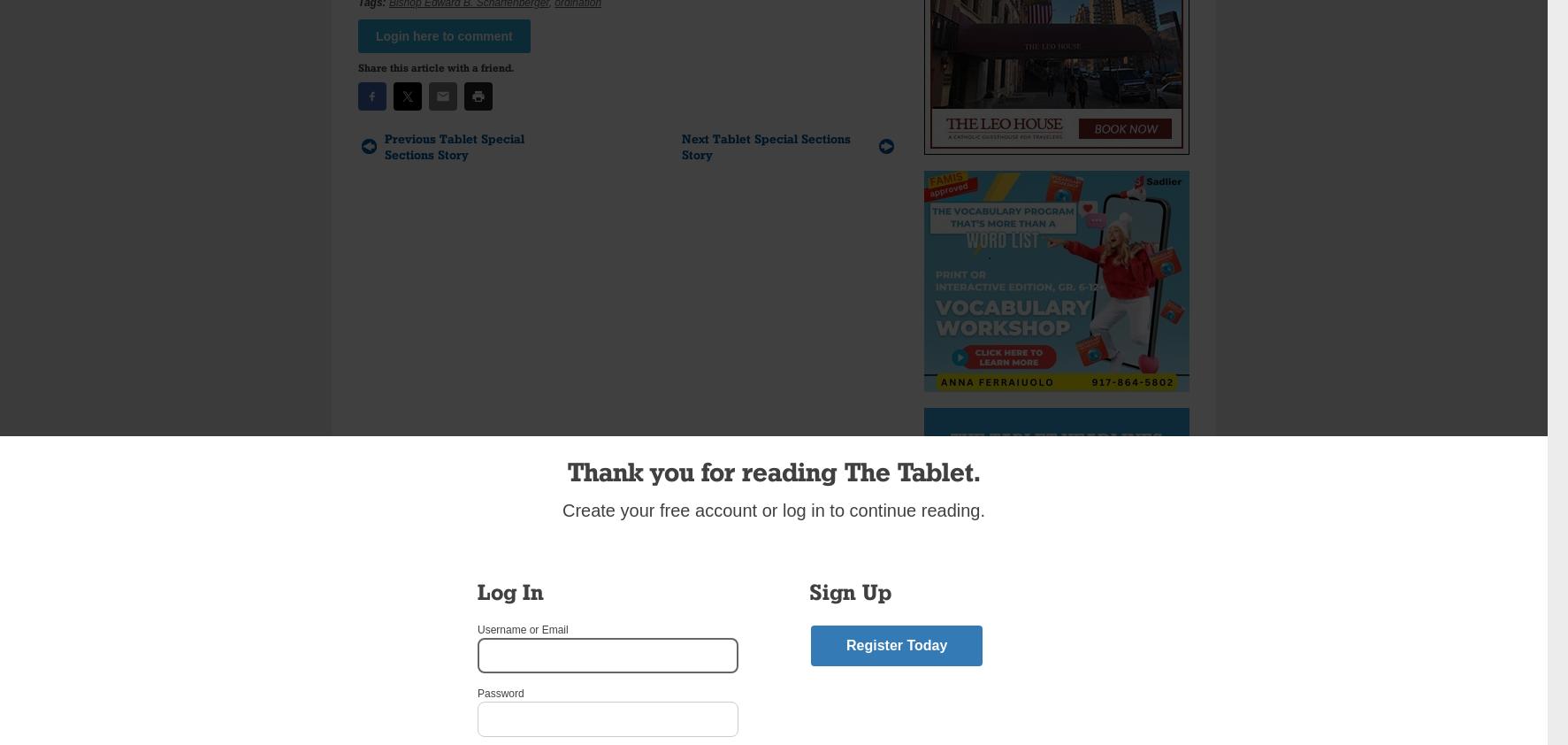  Describe the element at coordinates (765, 145) in the screenshot. I see `'Next Tablet Special Sections Story'` at that location.